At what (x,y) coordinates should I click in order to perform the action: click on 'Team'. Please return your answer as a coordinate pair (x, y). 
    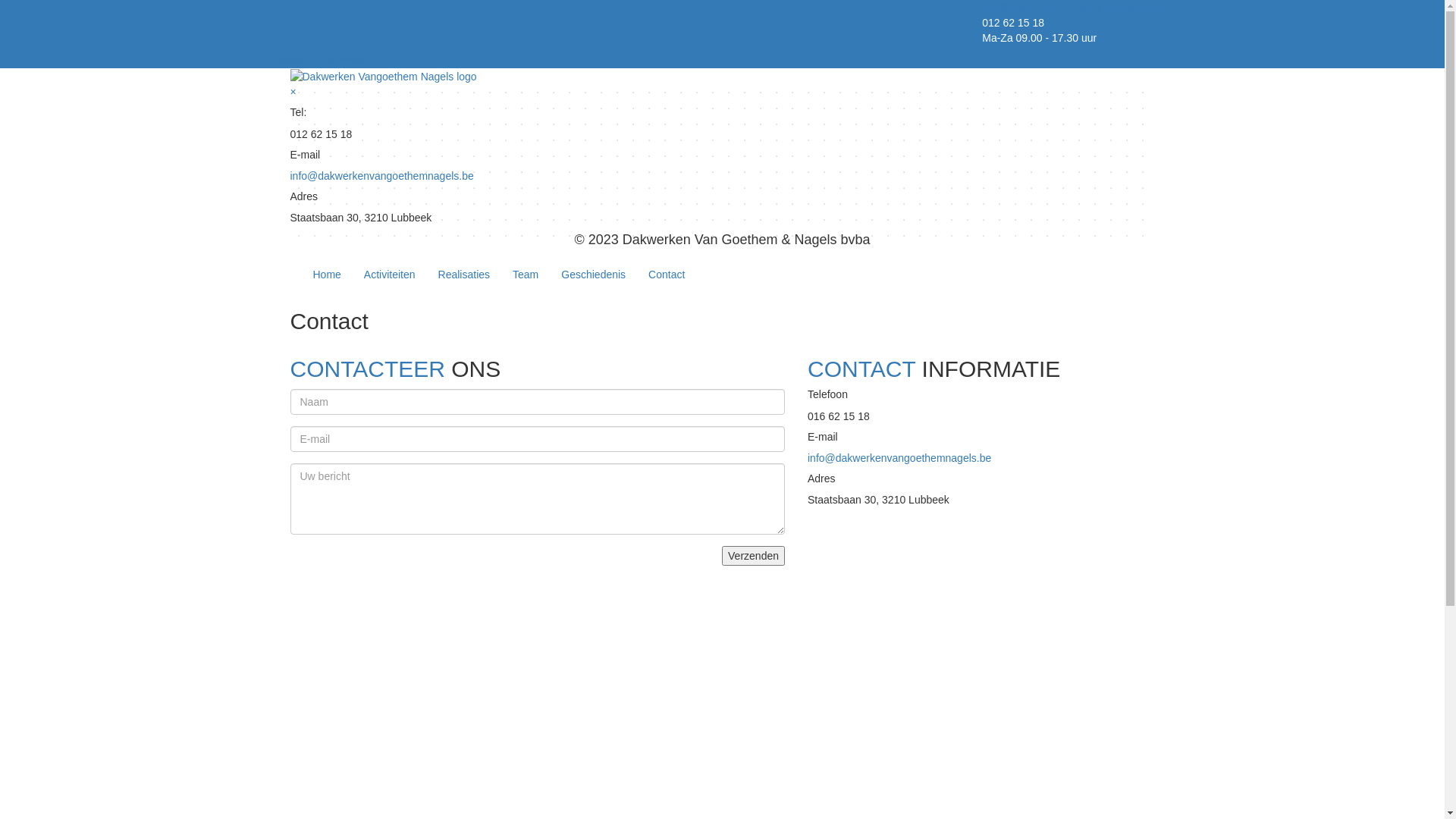
    Looking at the image, I should click on (525, 275).